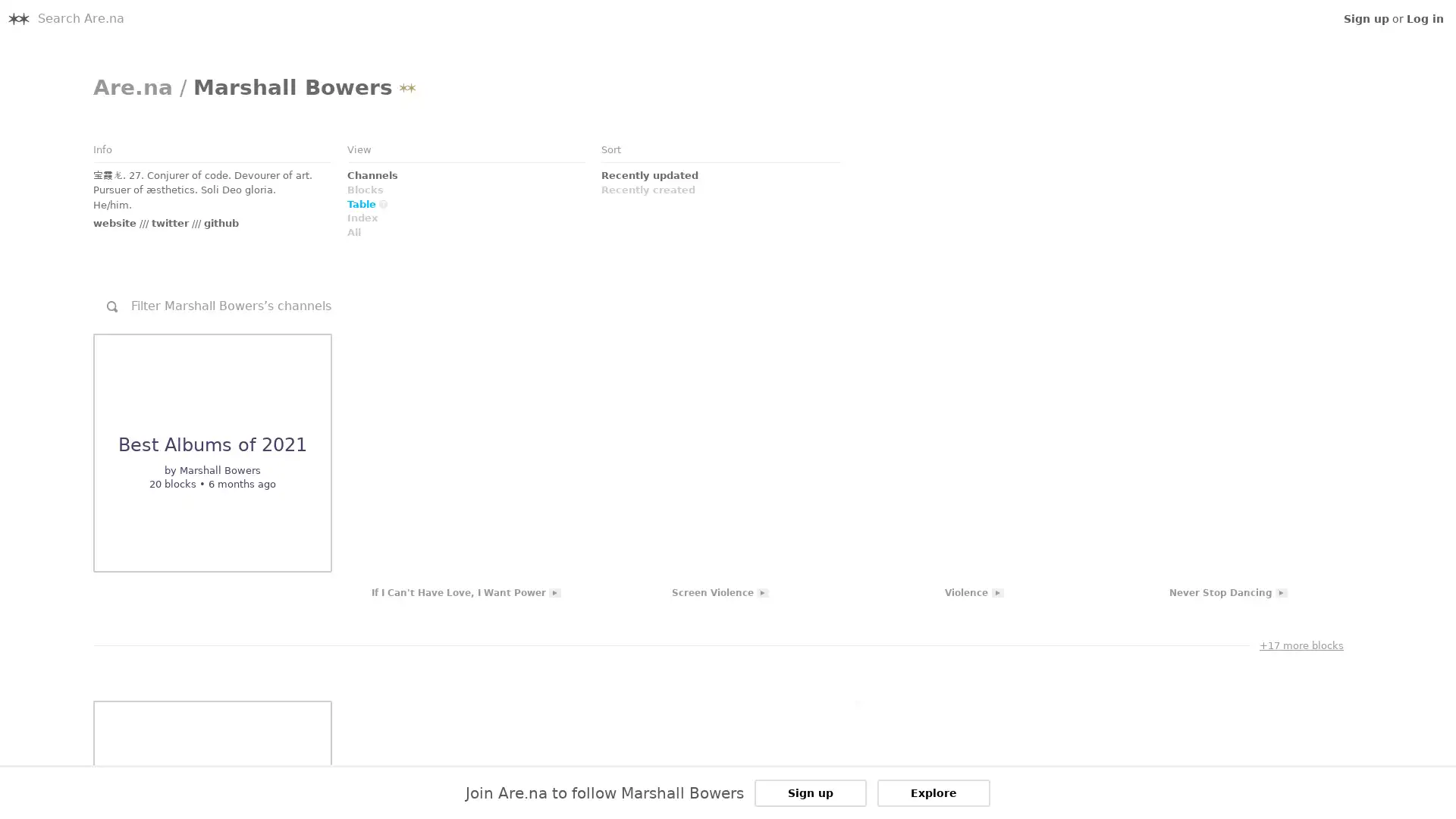 This screenshot has width=1456, height=819. What do you see at coordinates (465, 451) in the screenshot?
I see `Link to Embed: If I Can't Have Love, I Want Power` at bounding box center [465, 451].